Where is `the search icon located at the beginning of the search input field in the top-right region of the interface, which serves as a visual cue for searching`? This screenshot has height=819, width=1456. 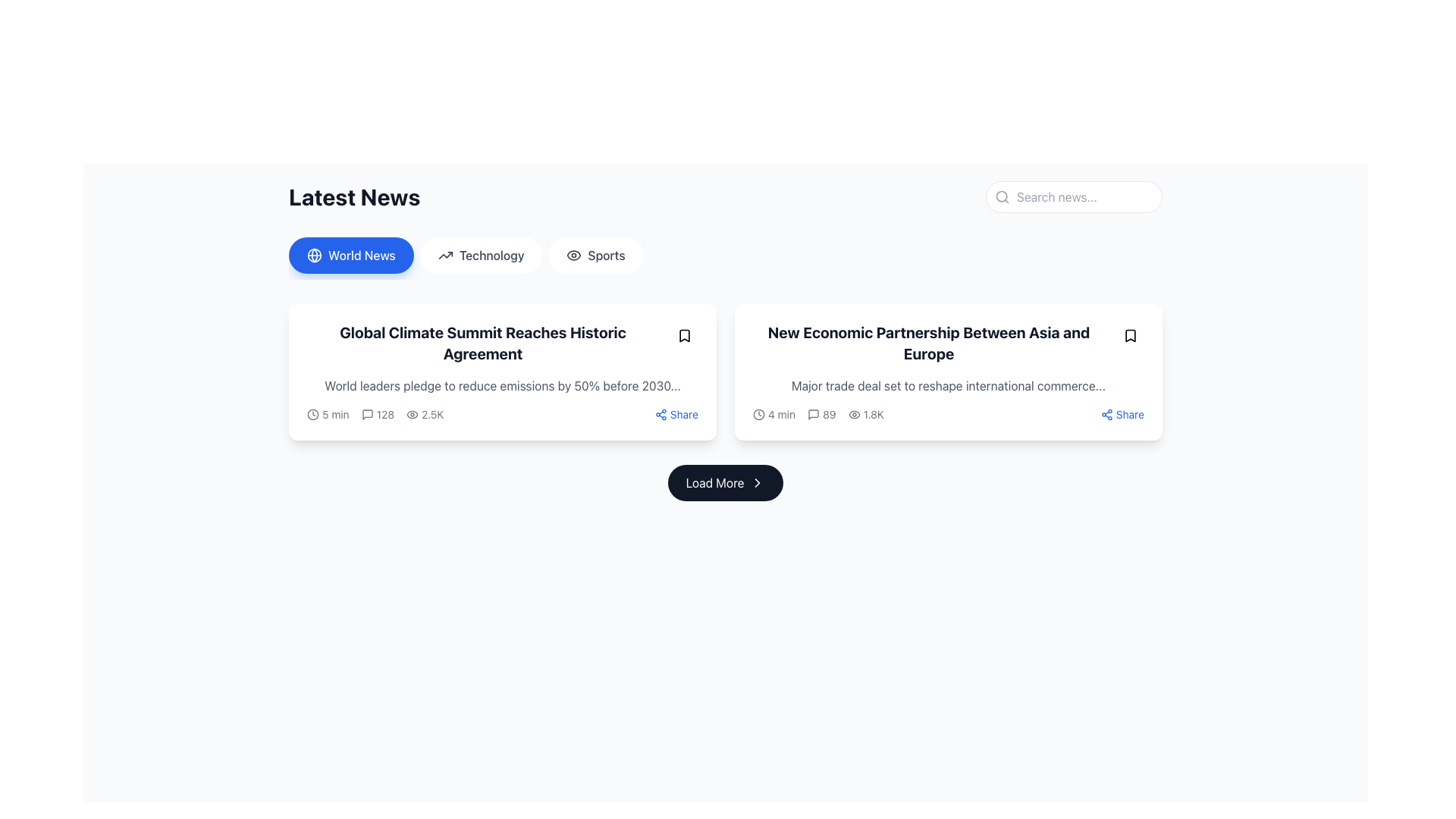 the search icon located at the beginning of the search input field in the top-right region of the interface, which serves as a visual cue for searching is located at coordinates (1002, 196).